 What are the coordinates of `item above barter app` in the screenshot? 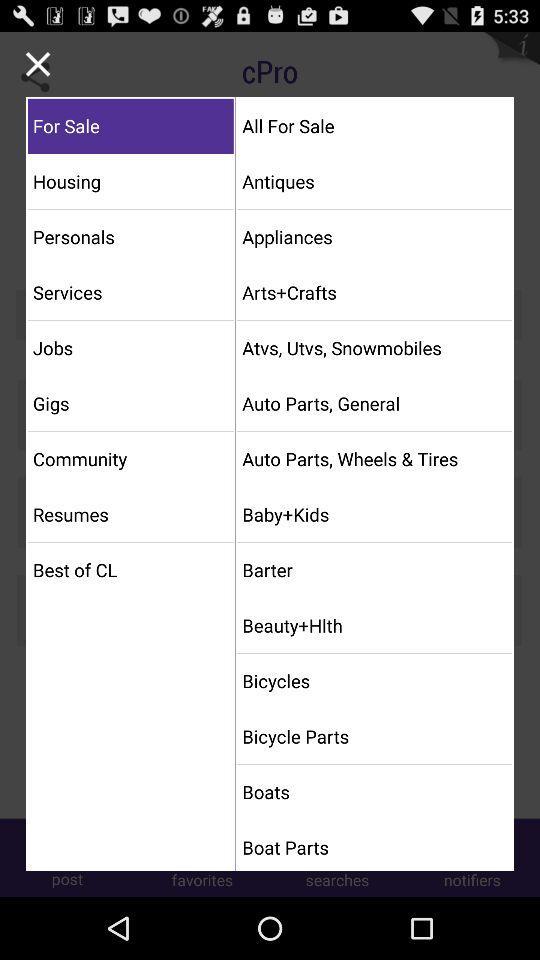 It's located at (374, 513).